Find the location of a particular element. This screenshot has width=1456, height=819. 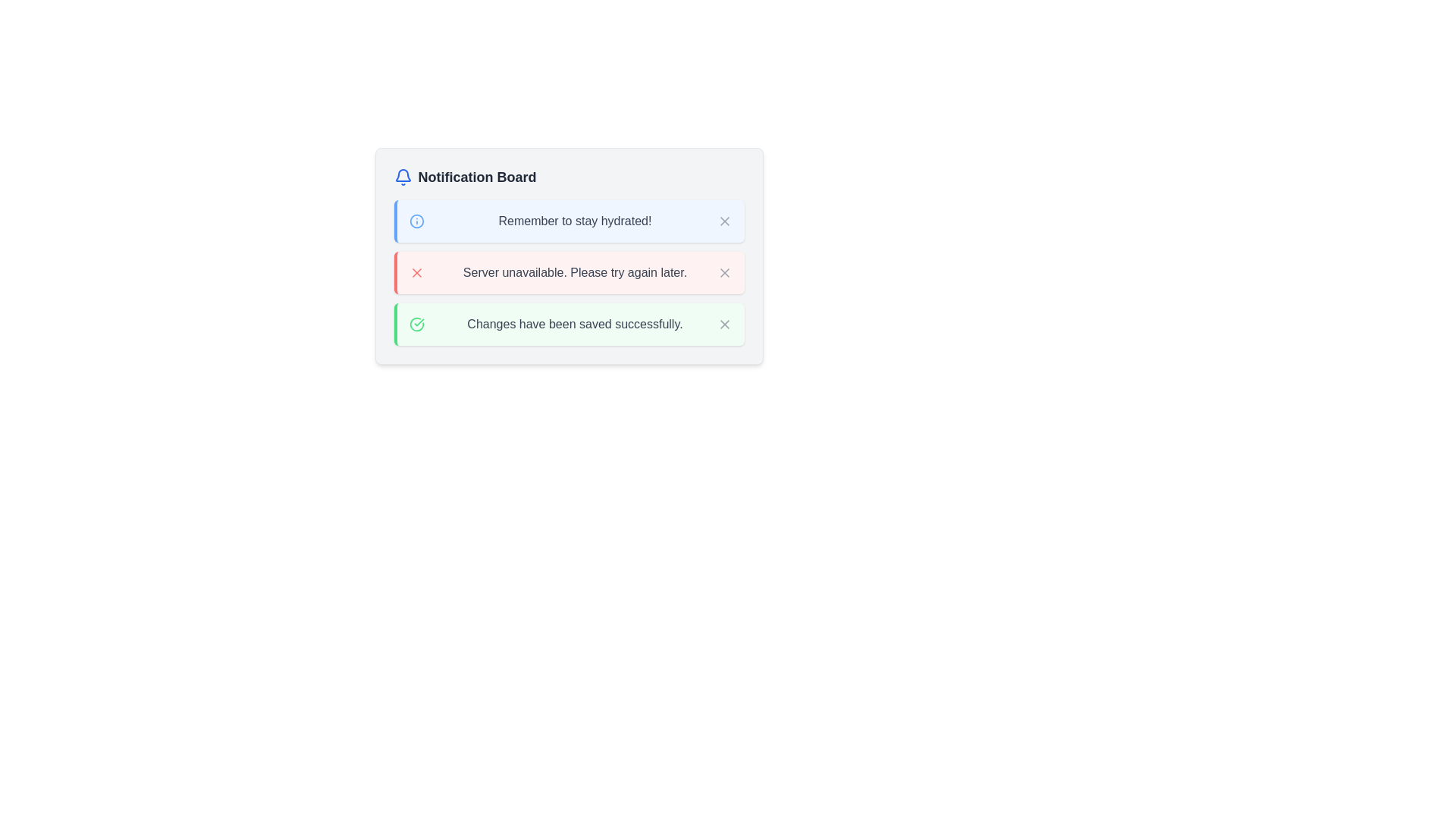

the dismiss icon (cross) located on the far right of the third notification row is located at coordinates (723, 324).